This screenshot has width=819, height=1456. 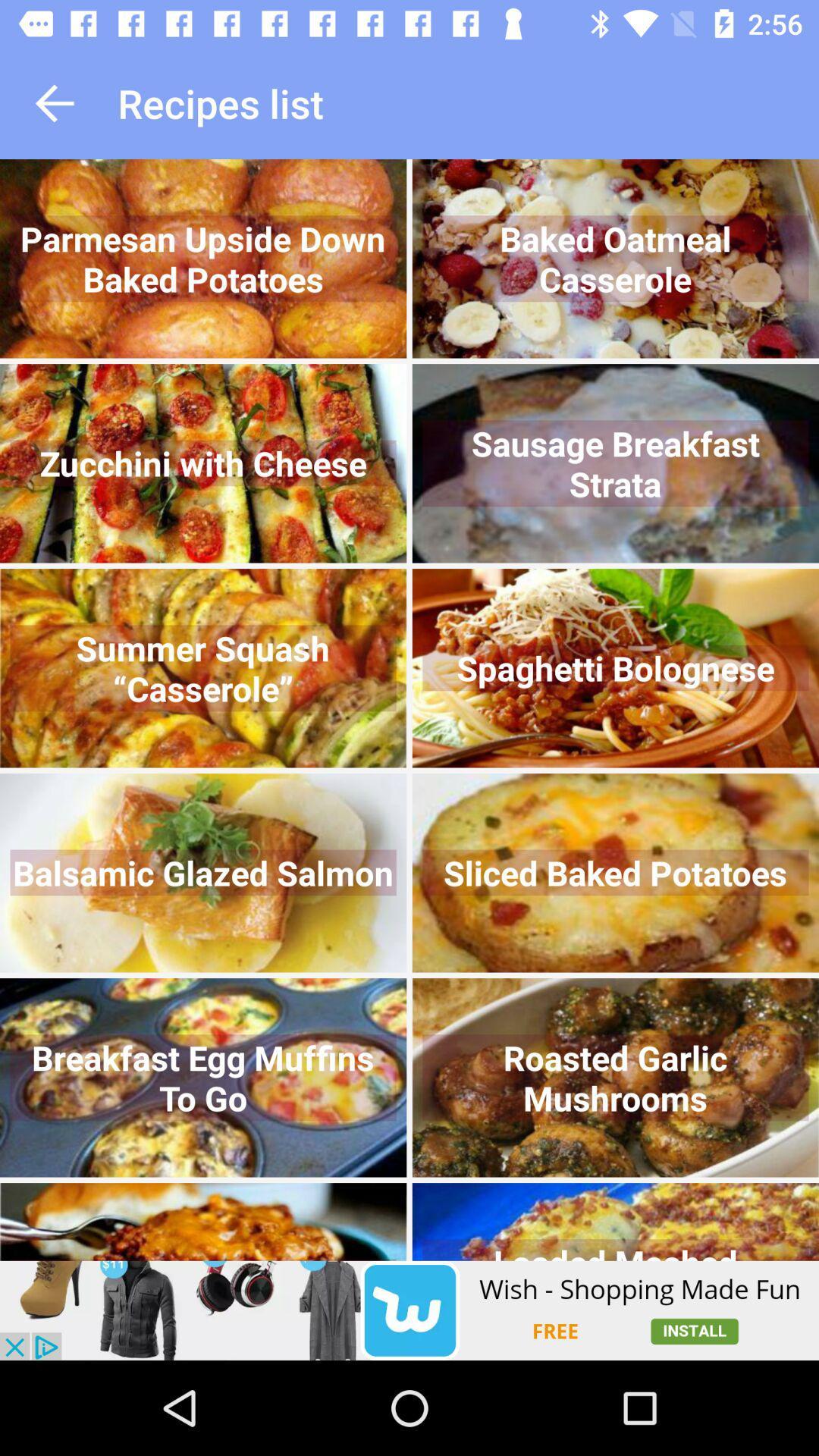 I want to click on click on wish advertisement, so click(x=409, y=1310).